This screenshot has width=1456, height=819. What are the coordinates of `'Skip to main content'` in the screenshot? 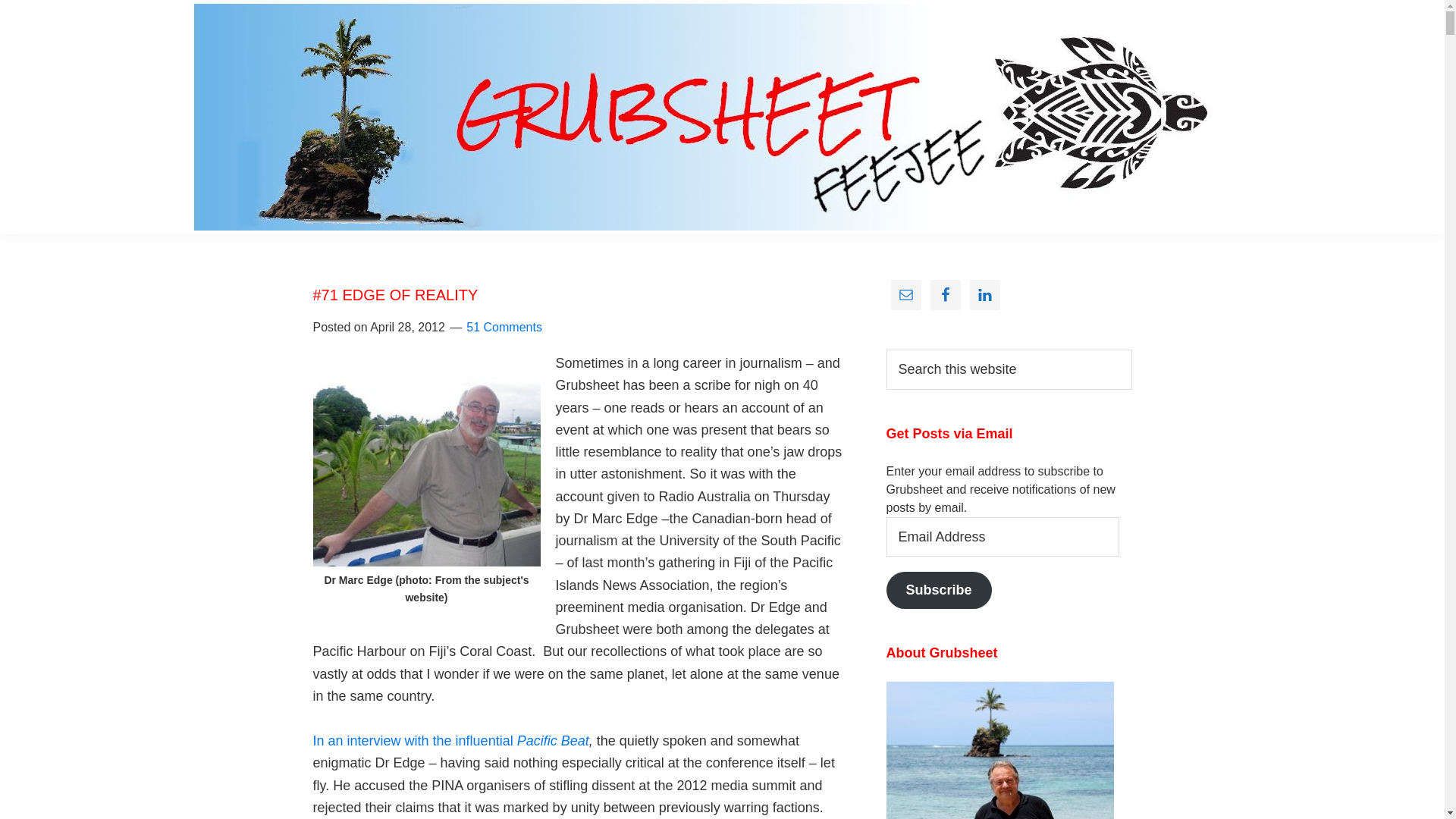 It's located at (0, 0).